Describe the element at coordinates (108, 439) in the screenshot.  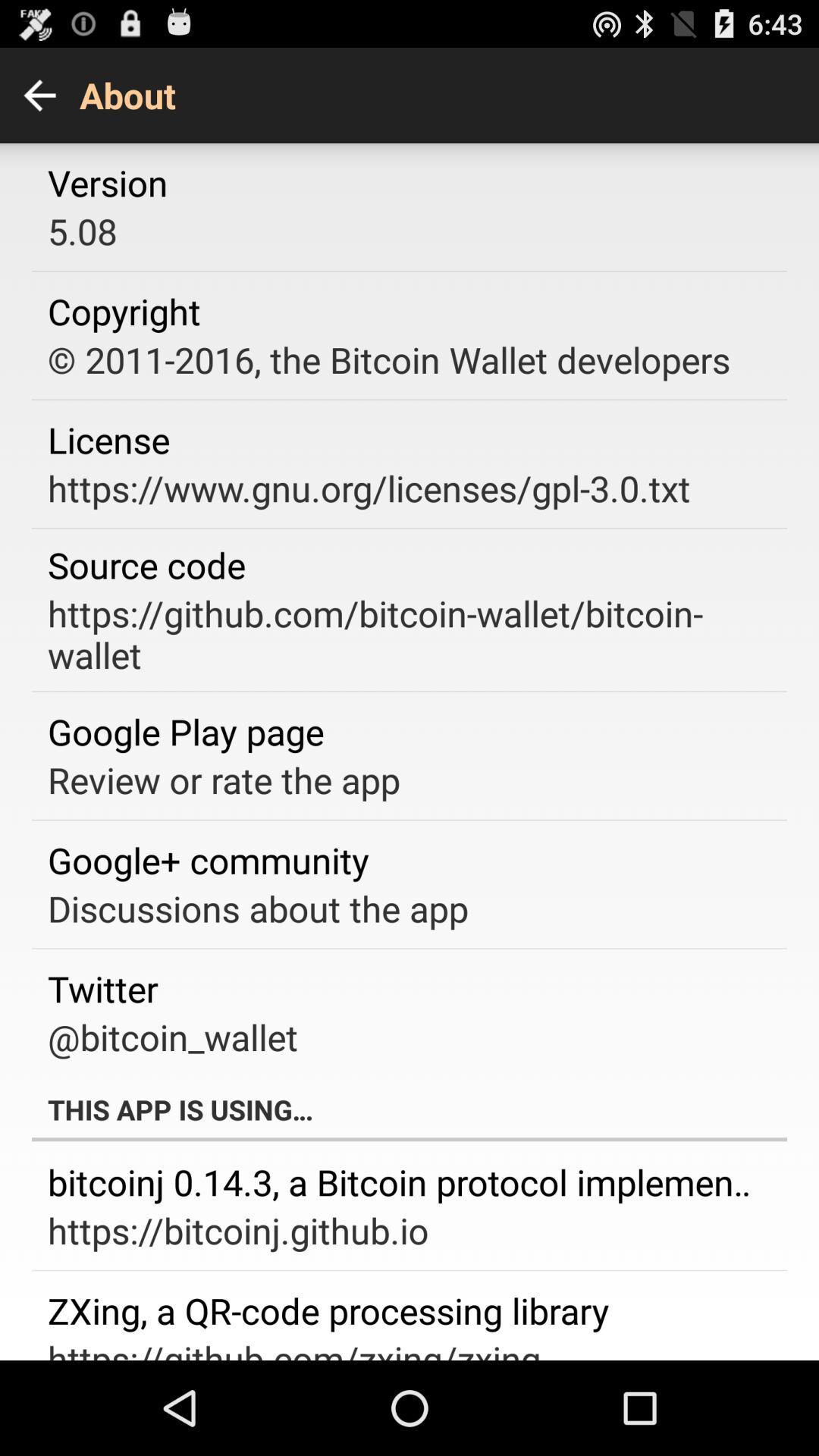
I see `app above https www gnu icon` at that location.